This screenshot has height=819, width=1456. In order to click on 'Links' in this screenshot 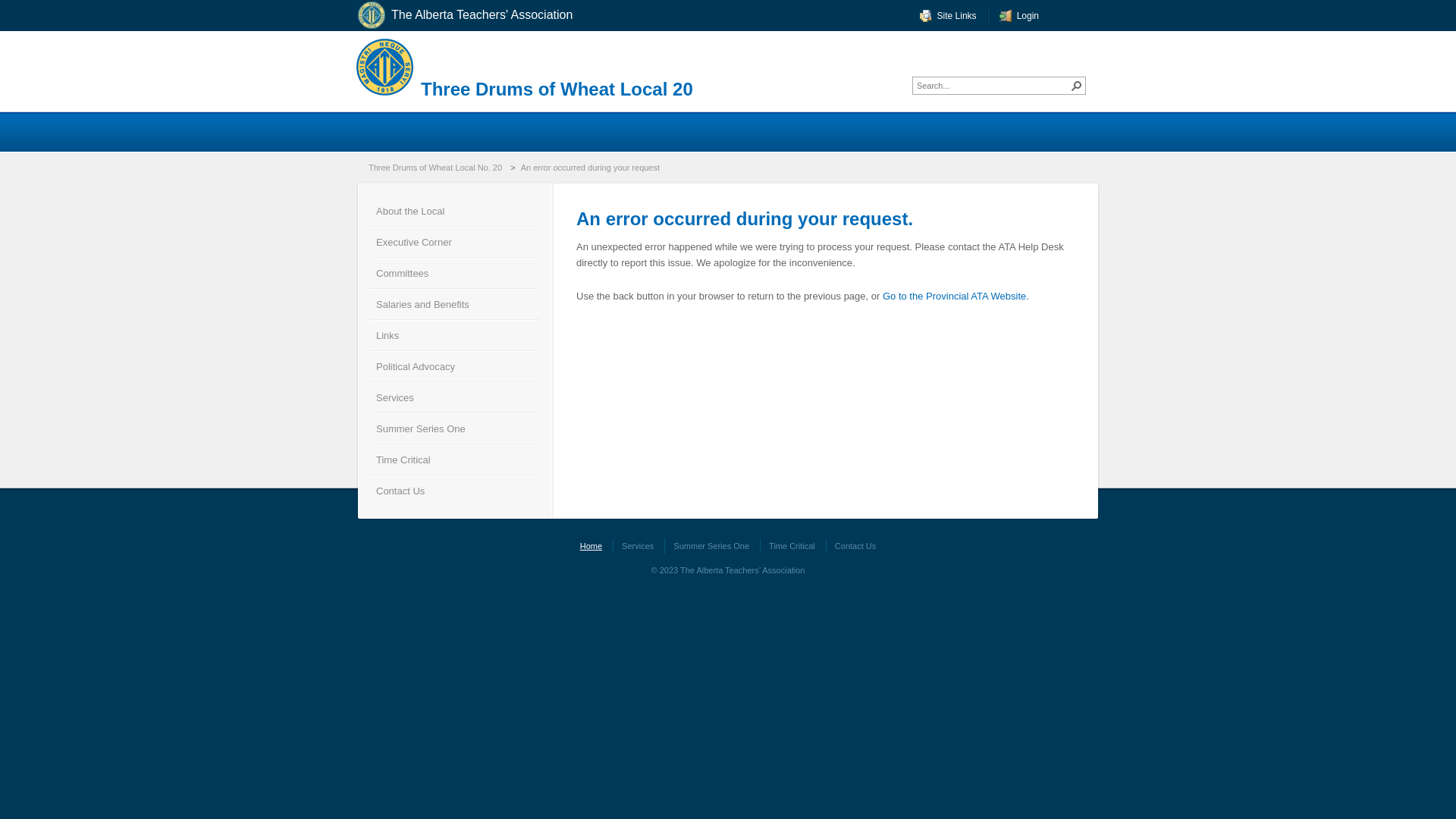, I will do `click(454, 334)`.